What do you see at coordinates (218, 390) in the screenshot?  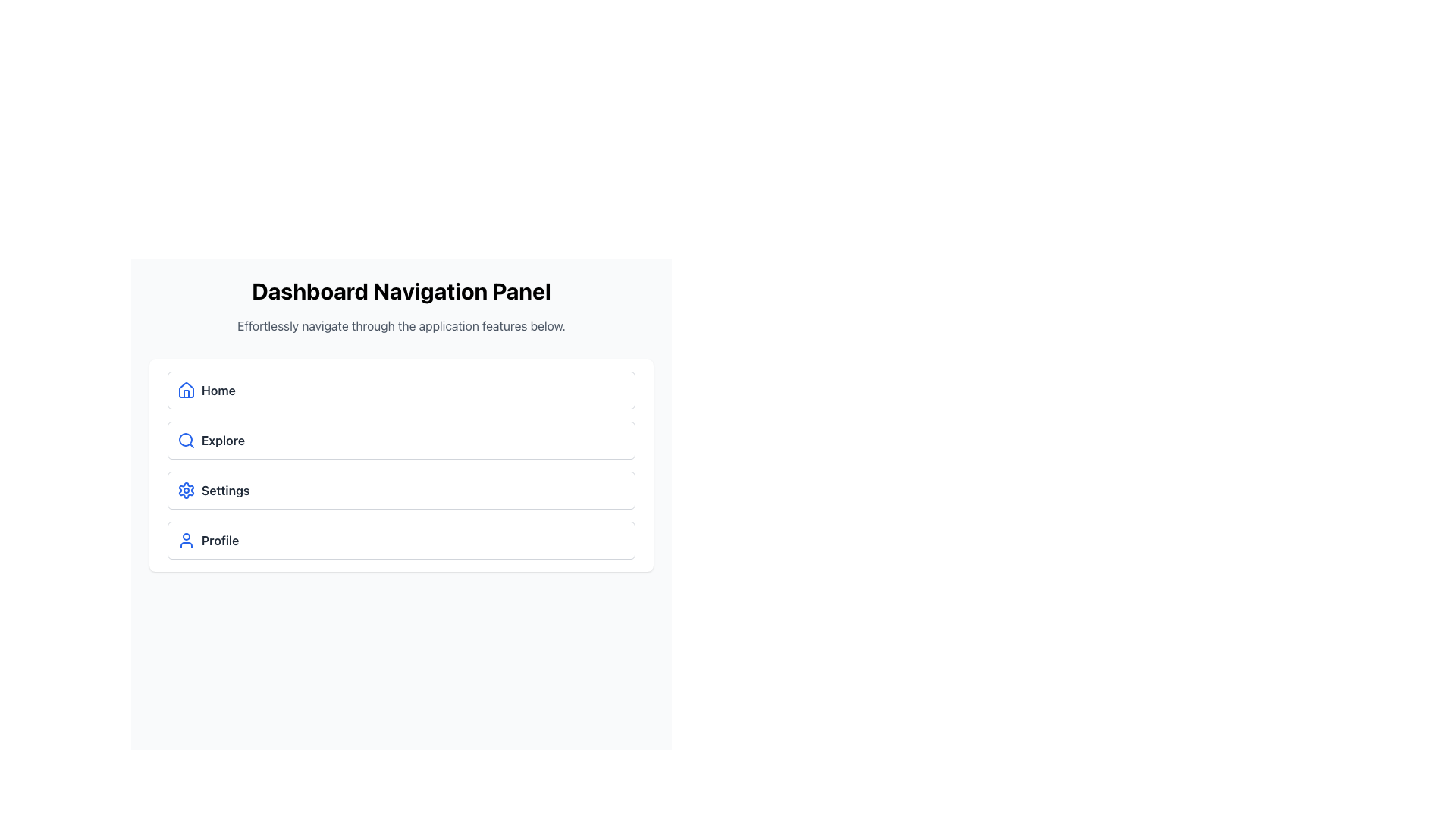 I see `'Home' navigation label, which is a text label indicating that selecting it will take users to the homepage of the application` at bounding box center [218, 390].